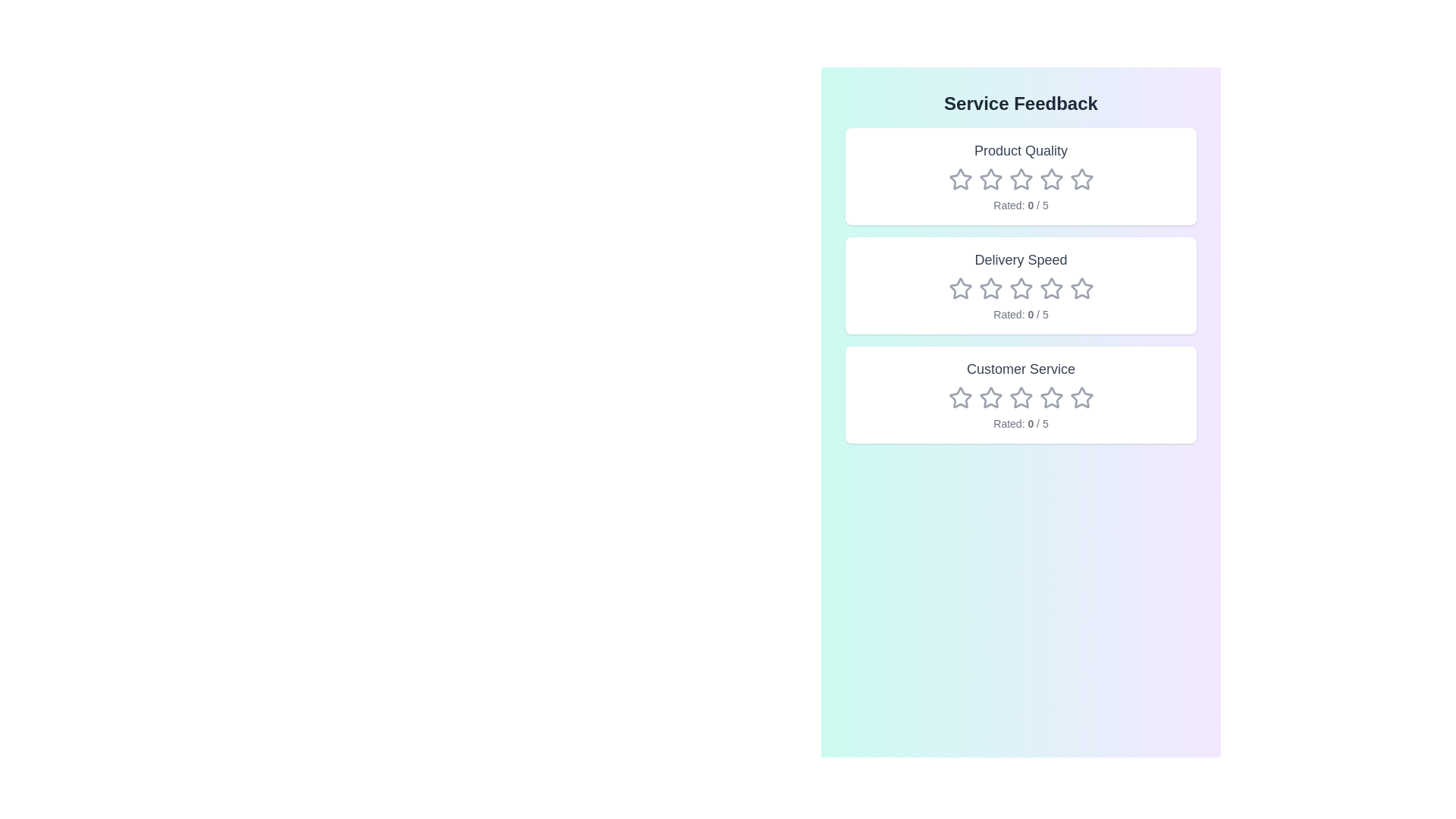 The height and width of the screenshot is (819, 1456). What do you see at coordinates (1021, 178) in the screenshot?
I see `the rating for the category Product Quality to 3 stars` at bounding box center [1021, 178].